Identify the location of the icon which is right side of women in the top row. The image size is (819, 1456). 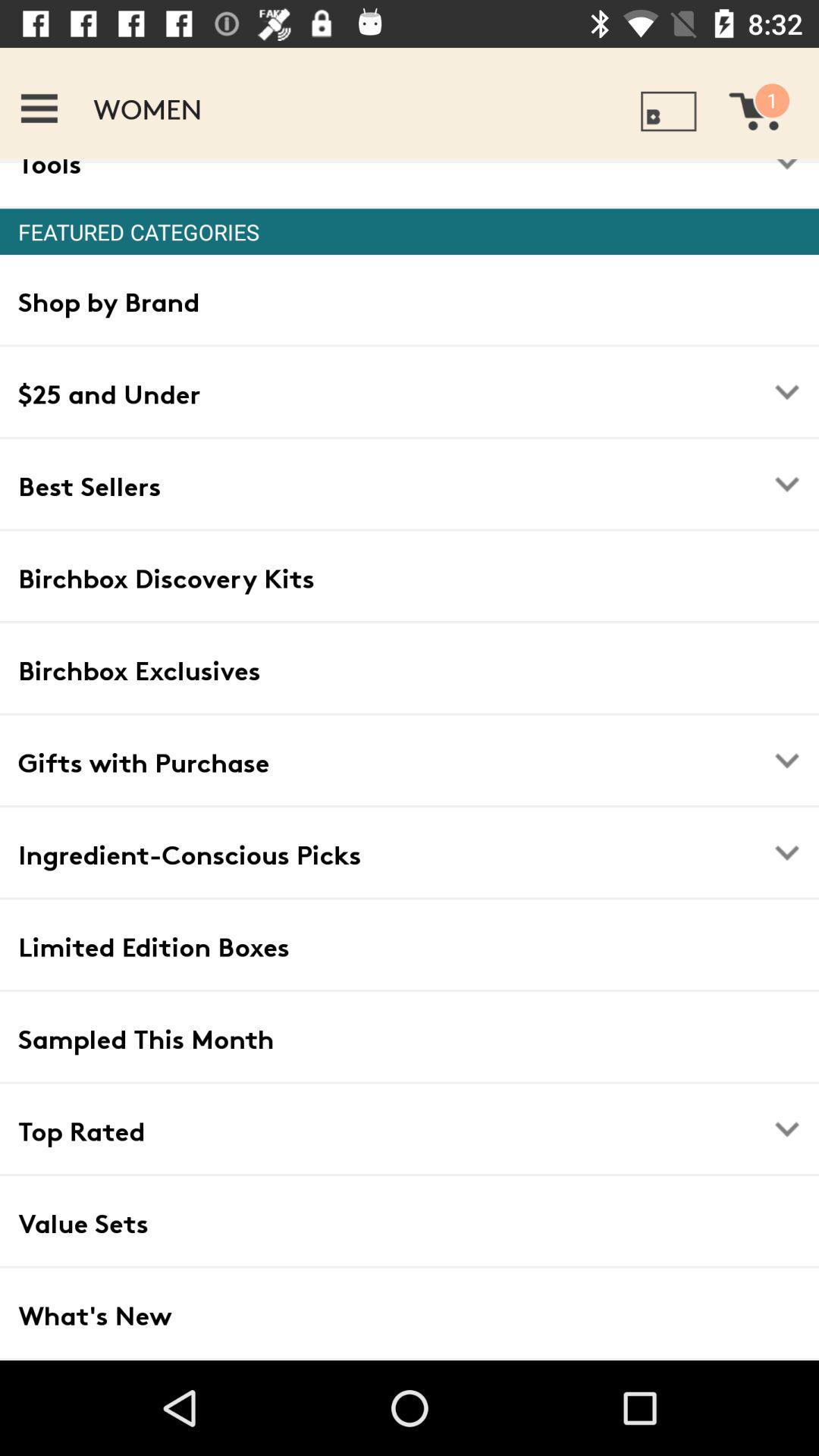
(668, 111).